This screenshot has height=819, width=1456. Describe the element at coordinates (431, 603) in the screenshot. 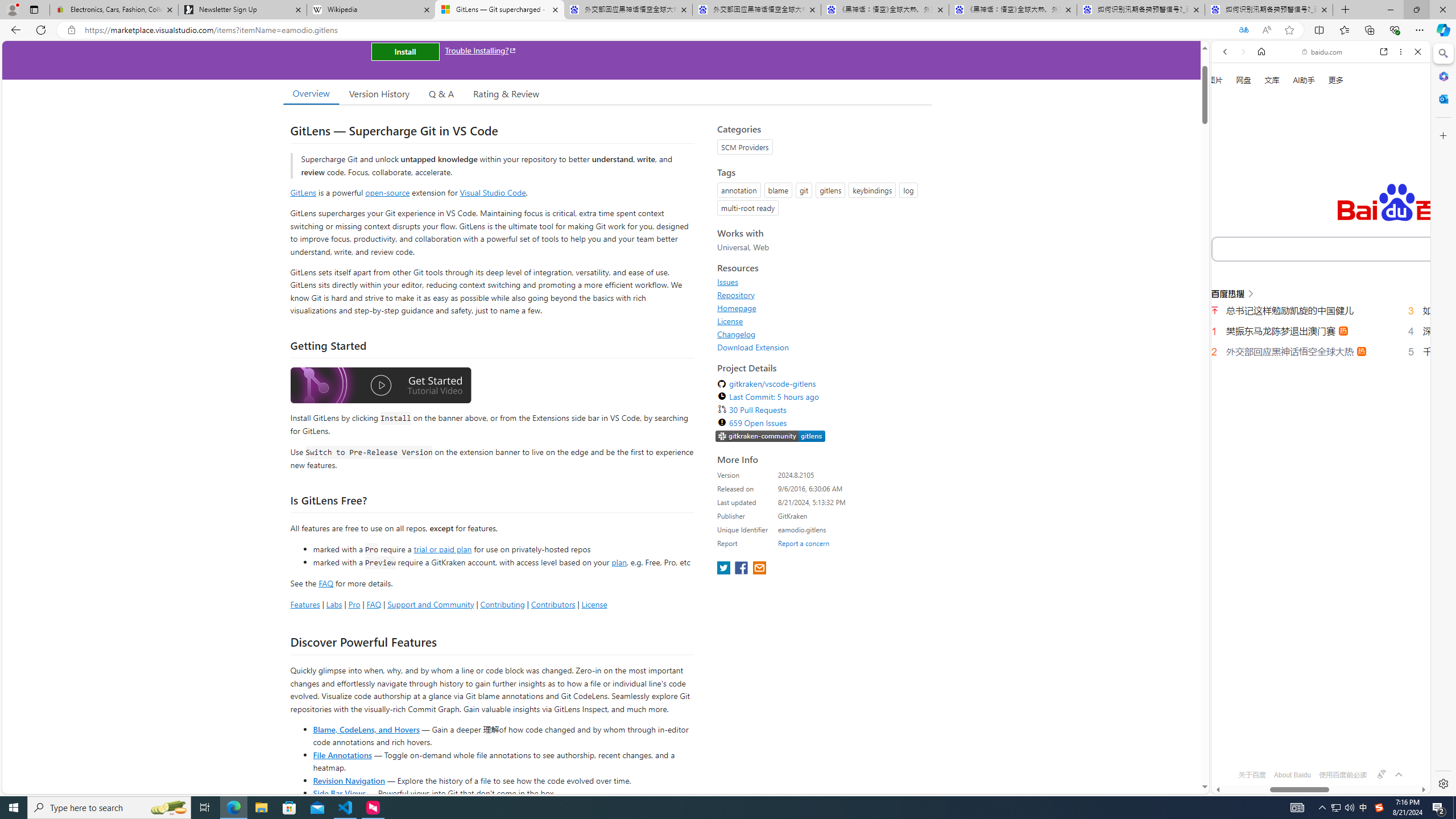

I see `'Support and Community'` at that location.